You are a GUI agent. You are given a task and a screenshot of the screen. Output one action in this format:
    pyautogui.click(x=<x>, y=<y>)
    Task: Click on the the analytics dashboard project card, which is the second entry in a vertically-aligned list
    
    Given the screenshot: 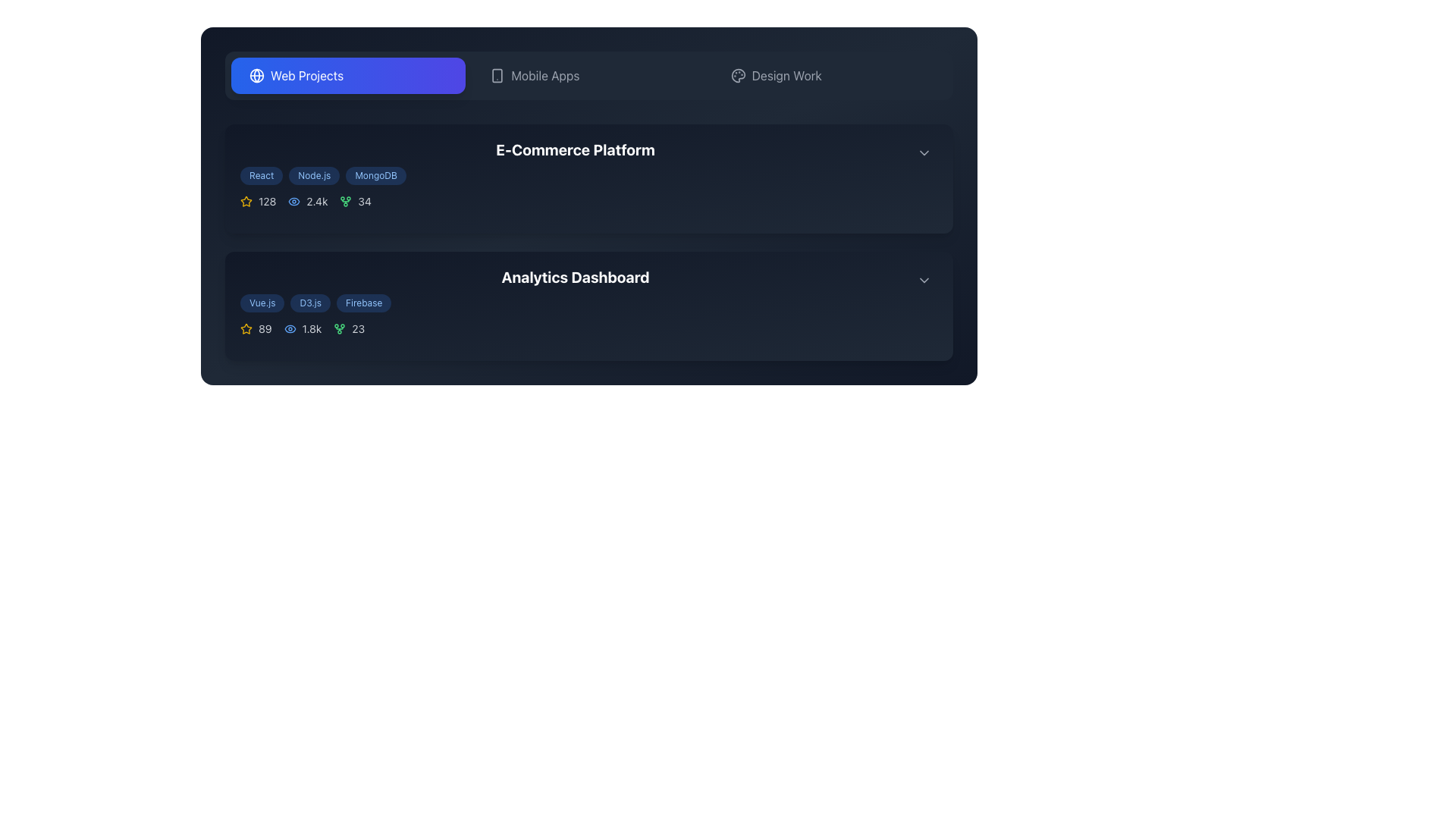 What is the action you would take?
    pyautogui.click(x=588, y=306)
    